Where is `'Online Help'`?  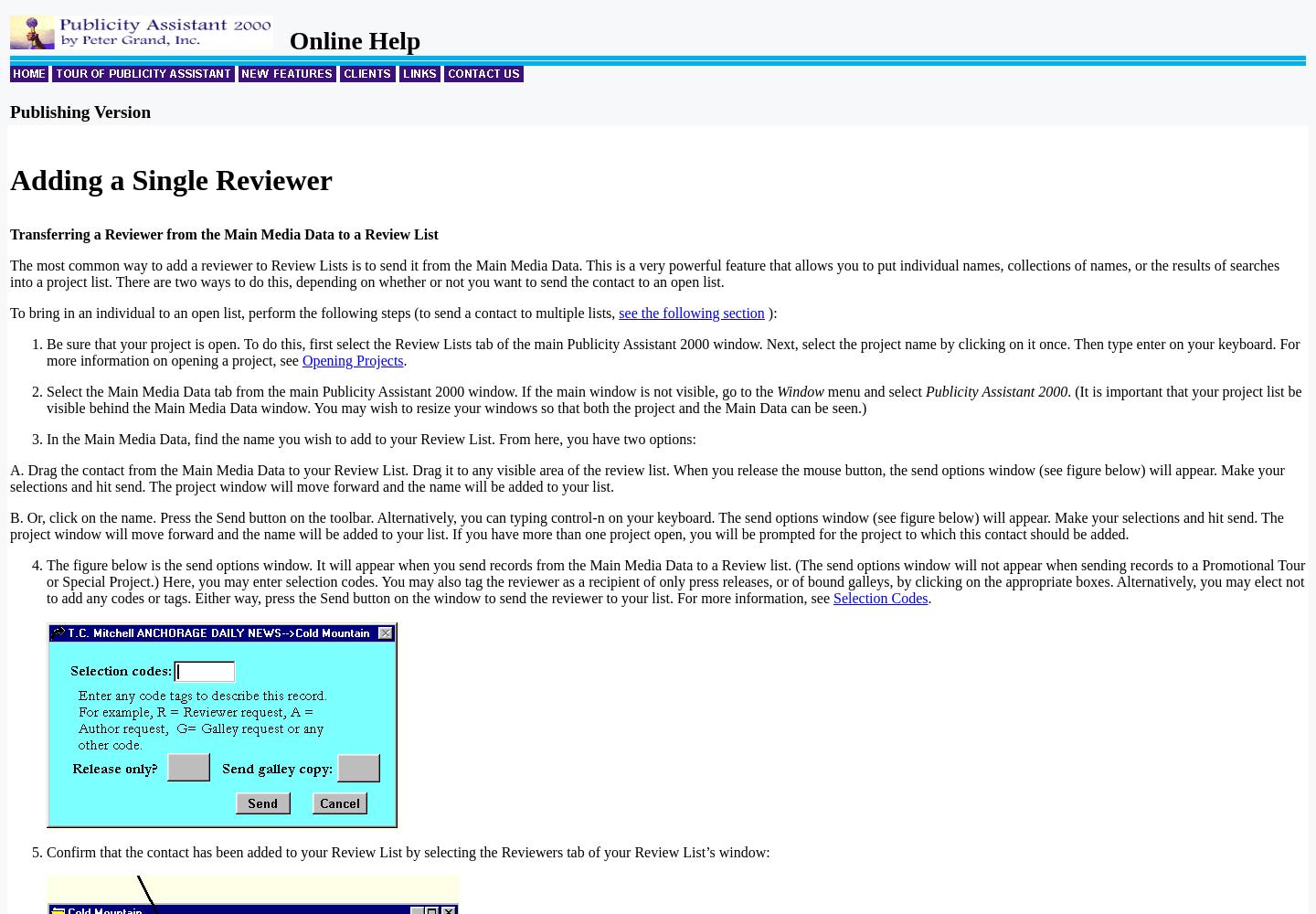
'Online Help' is located at coordinates (347, 40).